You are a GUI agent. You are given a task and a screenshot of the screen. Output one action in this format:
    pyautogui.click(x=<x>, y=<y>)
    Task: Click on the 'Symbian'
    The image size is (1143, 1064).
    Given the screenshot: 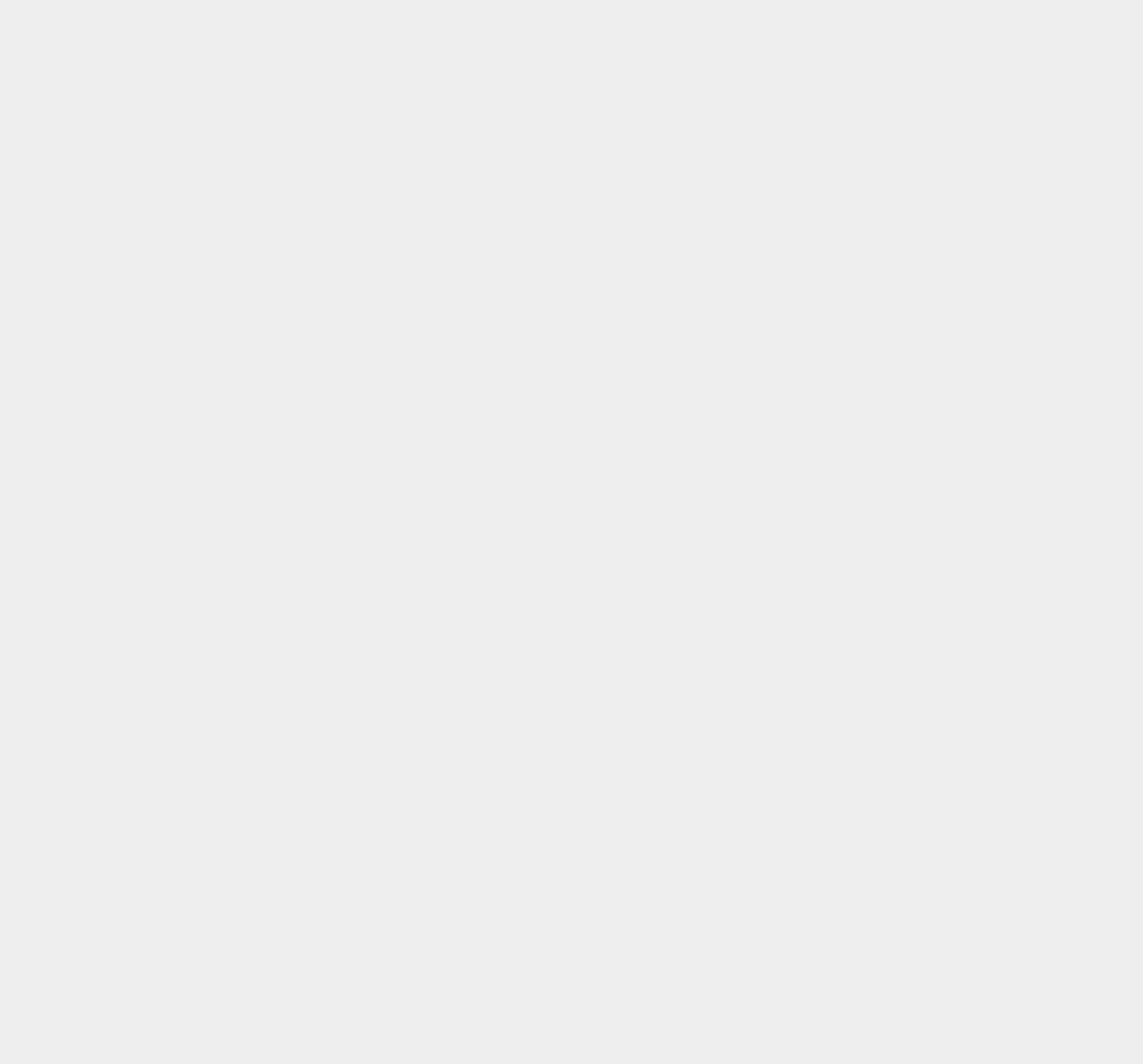 What is the action you would take?
    pyautogui.click(x=833, y=474)
    